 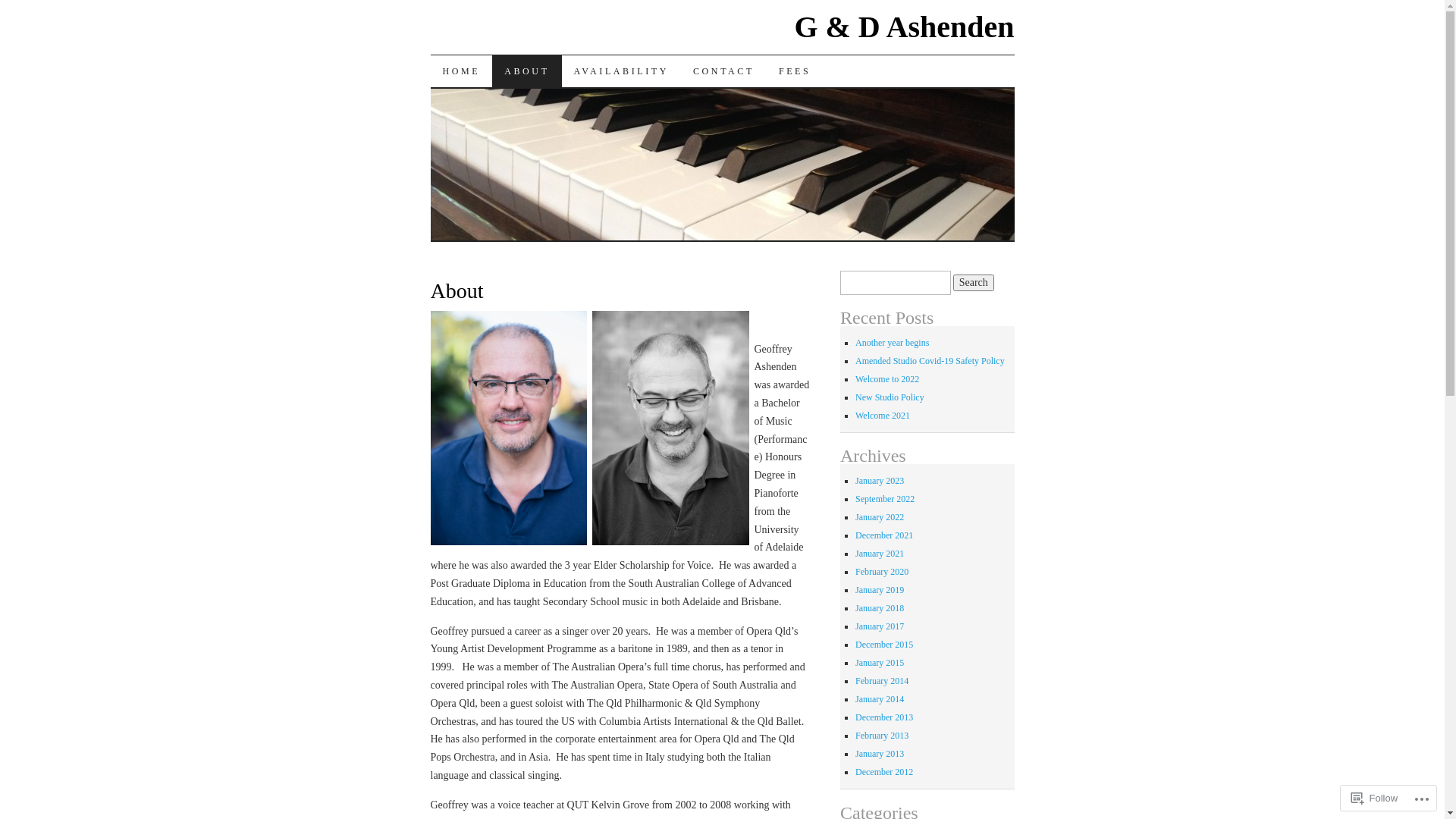 I want to click on 'FEES', so click(x=767, y=71).